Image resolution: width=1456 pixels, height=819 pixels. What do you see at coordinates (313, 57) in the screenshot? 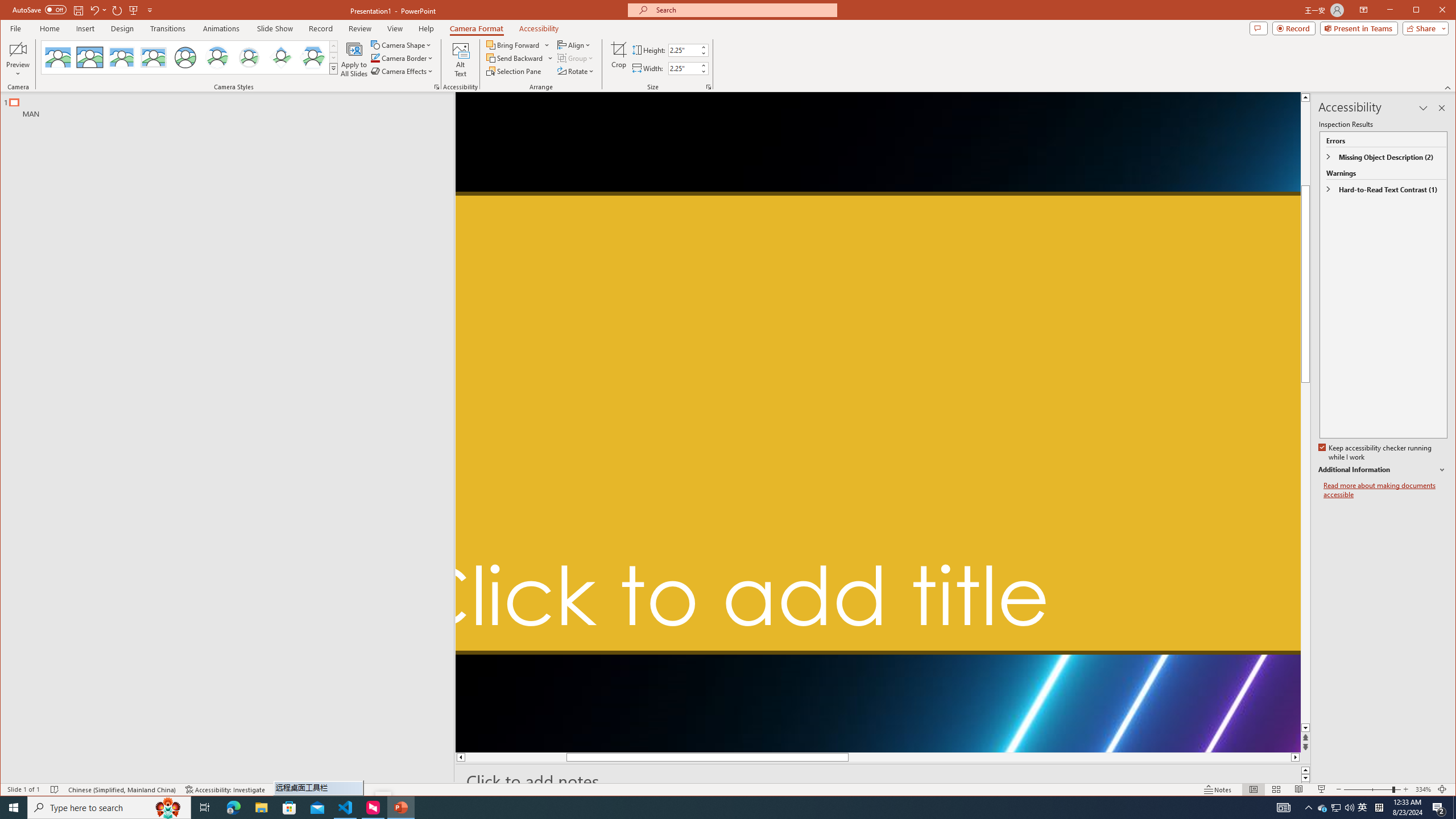
I see `'Center Shadow Hexagon'` at bounding box center [313, 57].